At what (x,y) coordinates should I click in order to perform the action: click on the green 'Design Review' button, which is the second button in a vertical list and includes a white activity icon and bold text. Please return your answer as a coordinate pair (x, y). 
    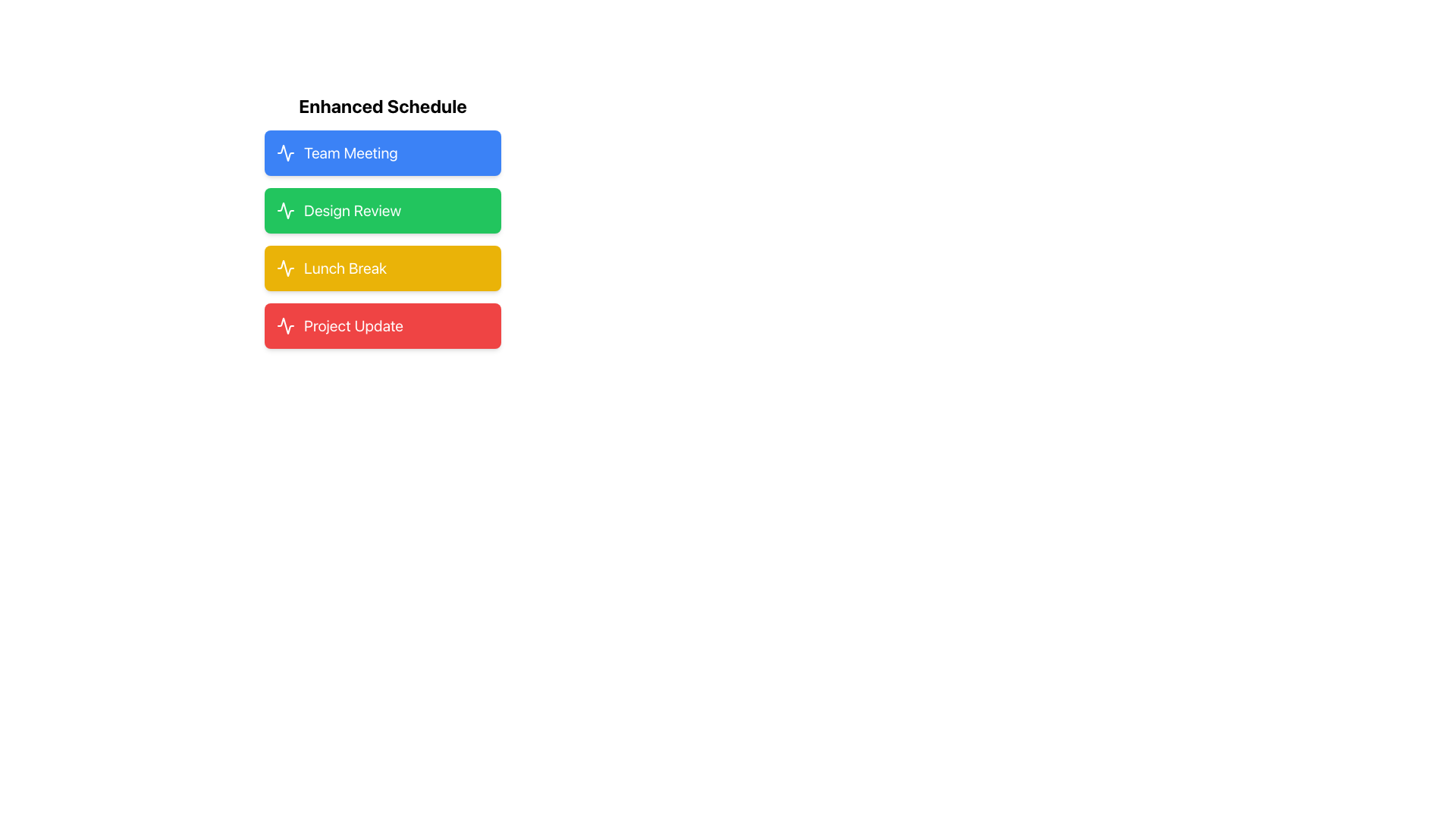
    Looking at the image, I should click on (382, 210).